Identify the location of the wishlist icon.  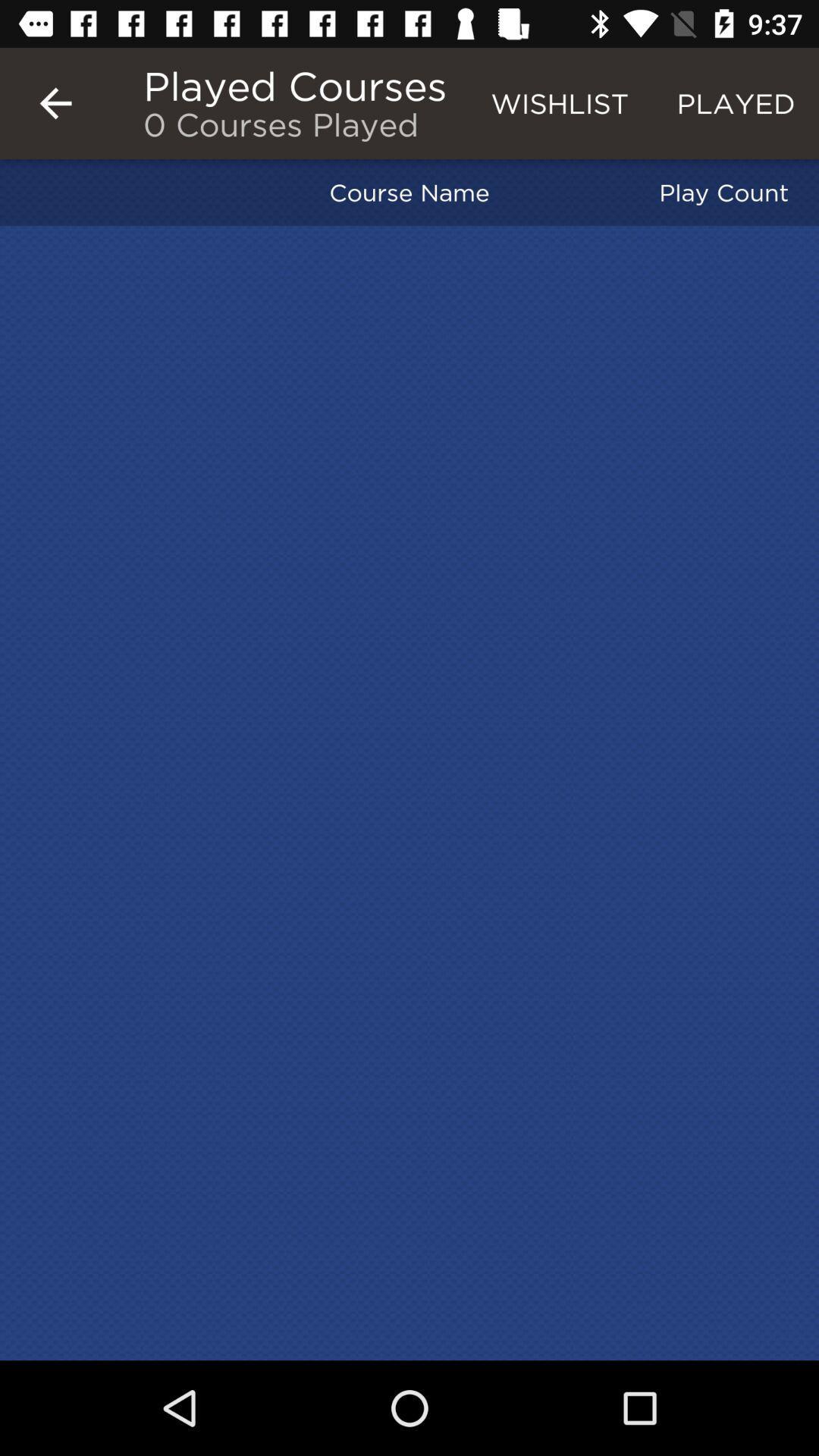
(560, 102).